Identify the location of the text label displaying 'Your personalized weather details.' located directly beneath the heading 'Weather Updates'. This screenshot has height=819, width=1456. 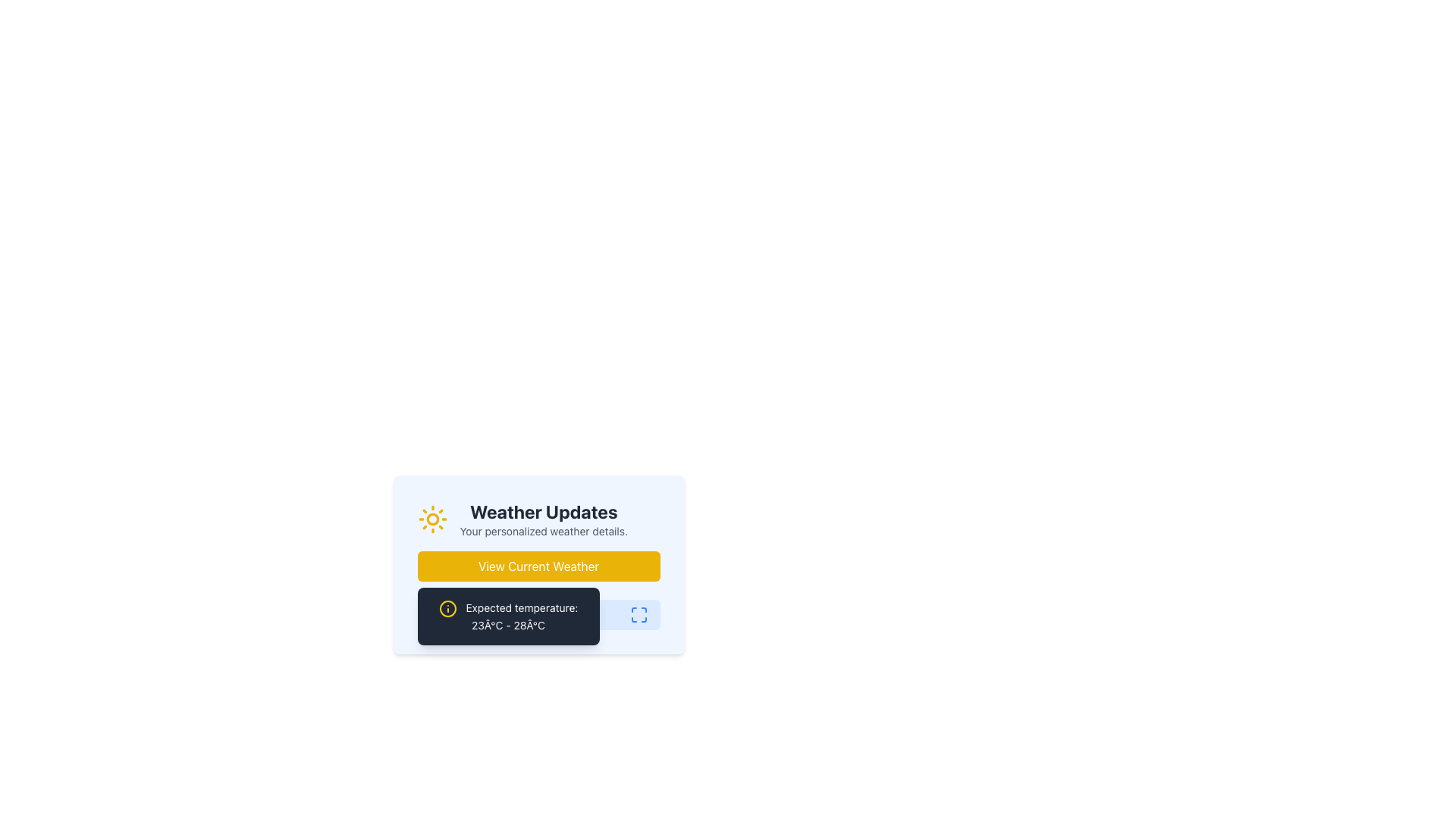
(544, 531).